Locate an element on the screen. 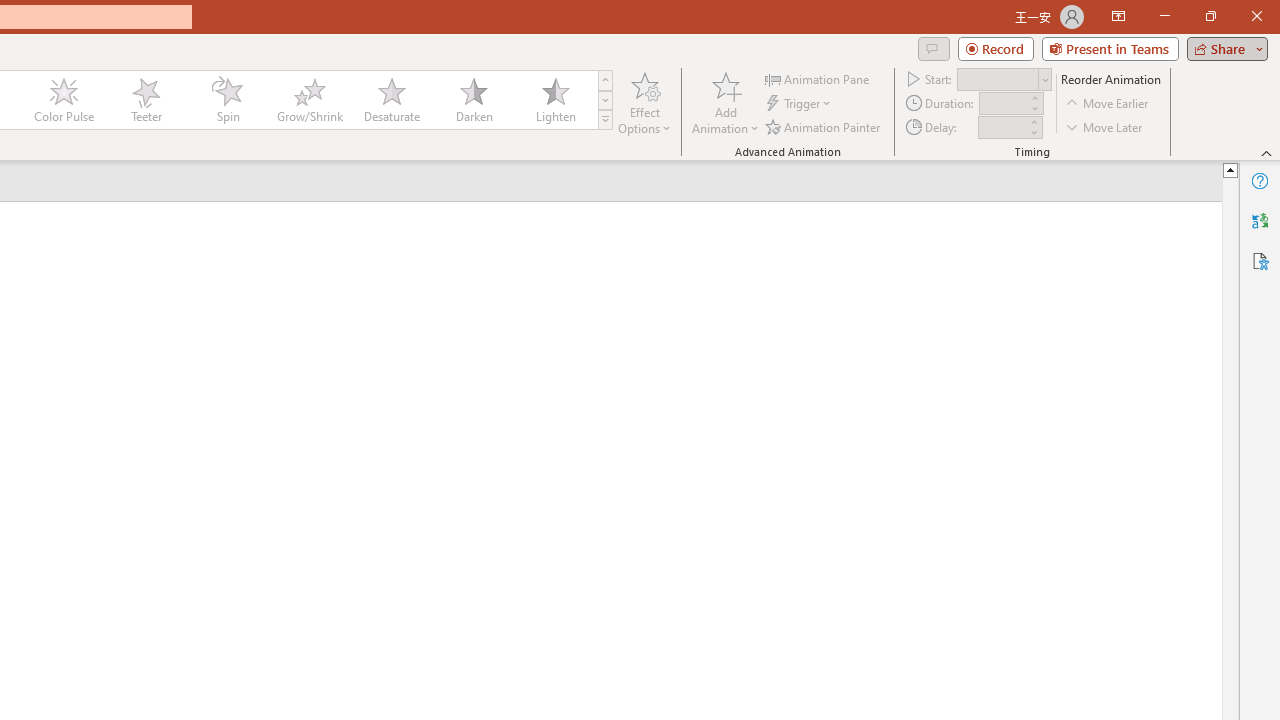 Image resolution: width=1280 pixels, height=720 pixels. 'Animation Pane' is located at coordinates (818, 78).